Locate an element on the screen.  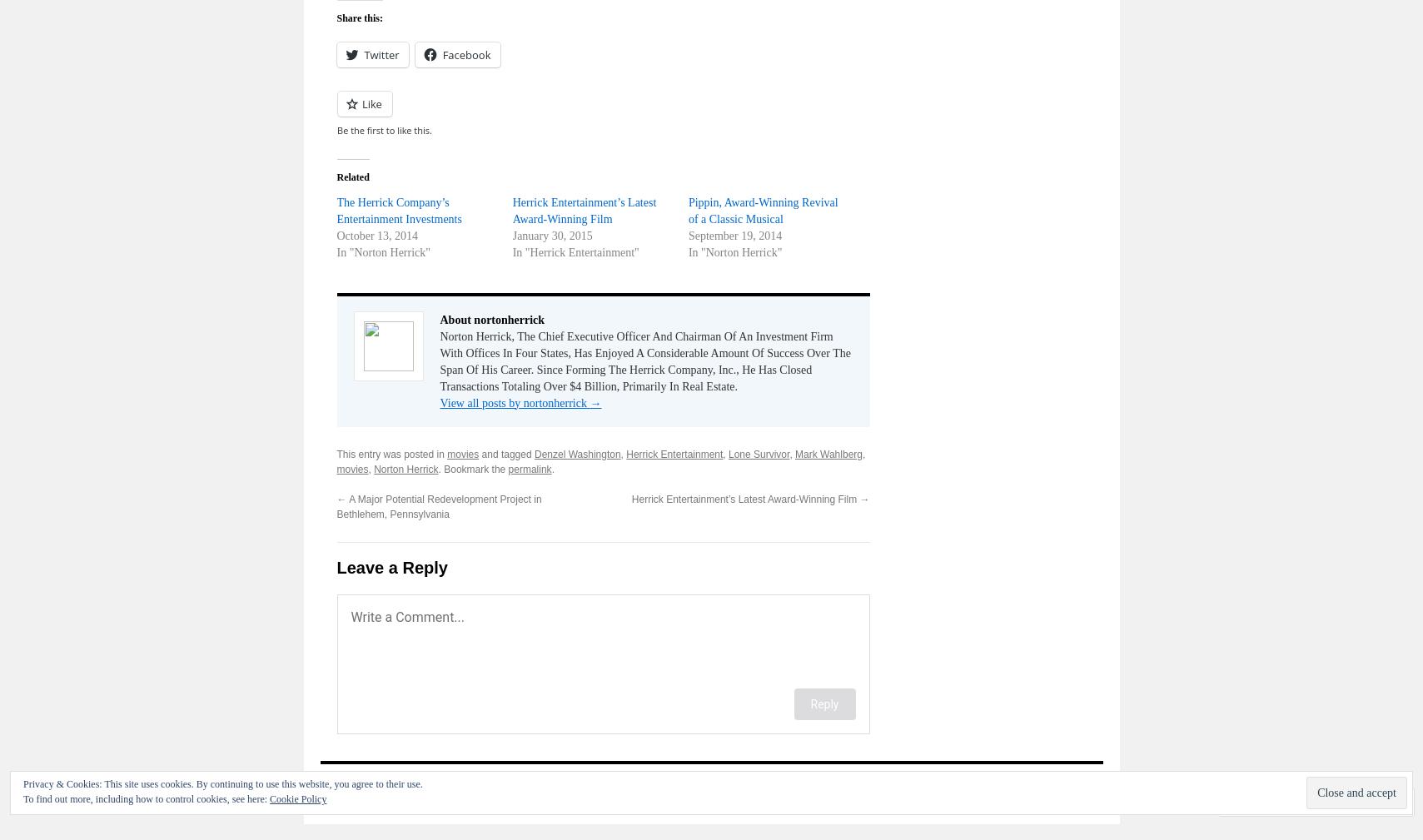
'Leave a Reply' is located at coordinates (391, 566).